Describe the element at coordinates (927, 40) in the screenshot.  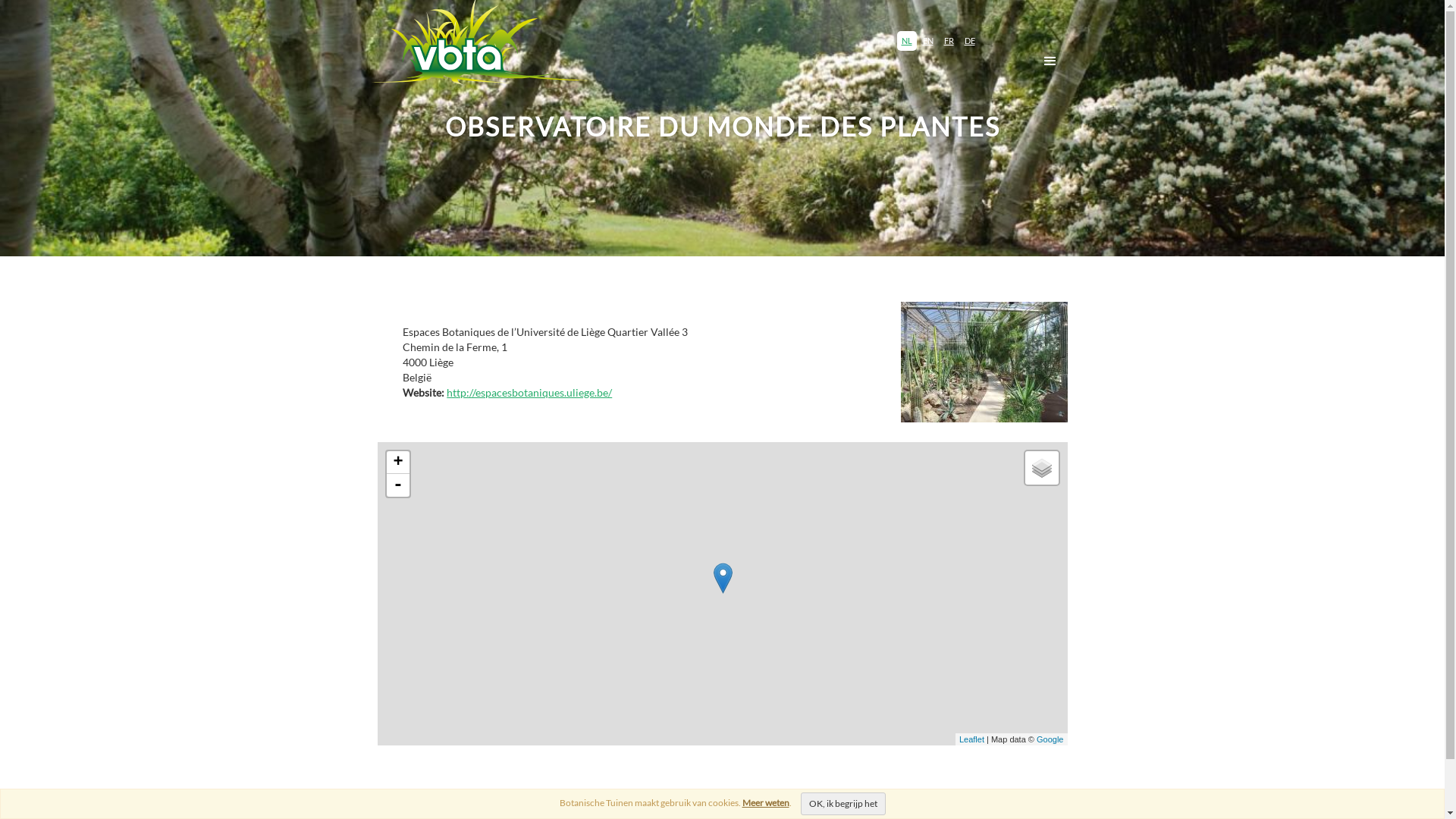
I see `'EN'` at that location.